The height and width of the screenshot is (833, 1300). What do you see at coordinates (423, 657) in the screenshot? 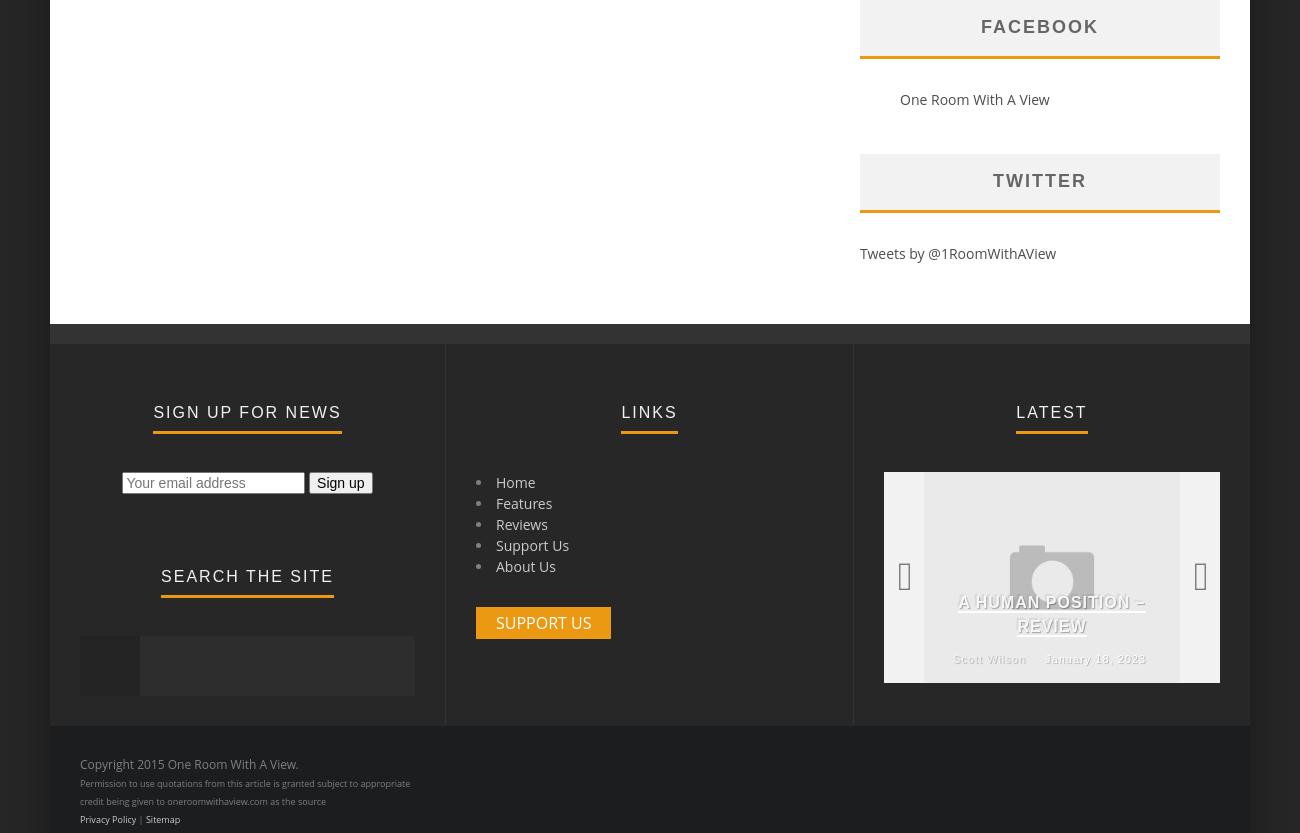
I see `'January 6, 2023'` at bounding box center [423, 657].